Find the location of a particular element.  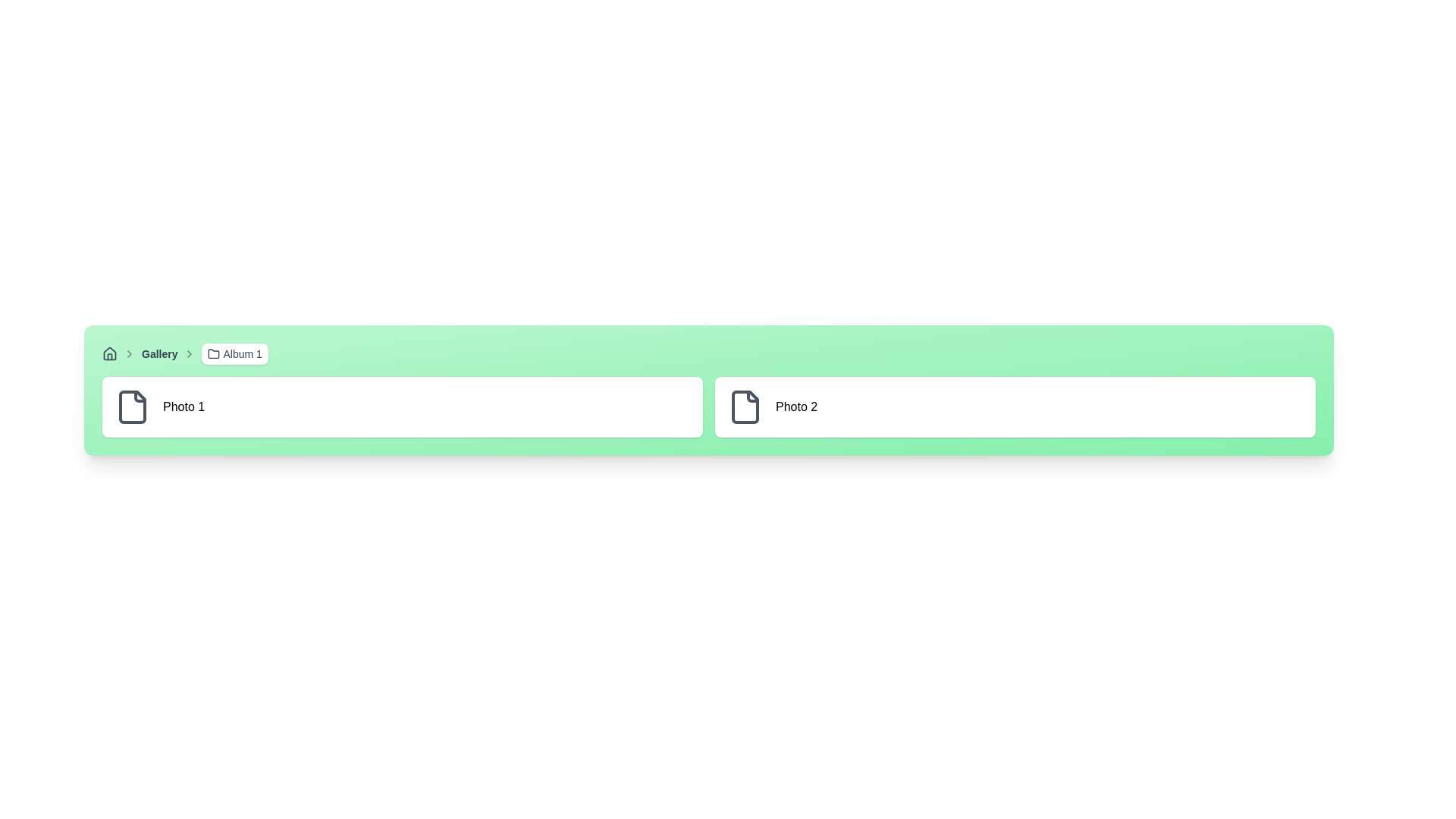

the icon representing 'Photo 1' is located at coordinates (132, 406).